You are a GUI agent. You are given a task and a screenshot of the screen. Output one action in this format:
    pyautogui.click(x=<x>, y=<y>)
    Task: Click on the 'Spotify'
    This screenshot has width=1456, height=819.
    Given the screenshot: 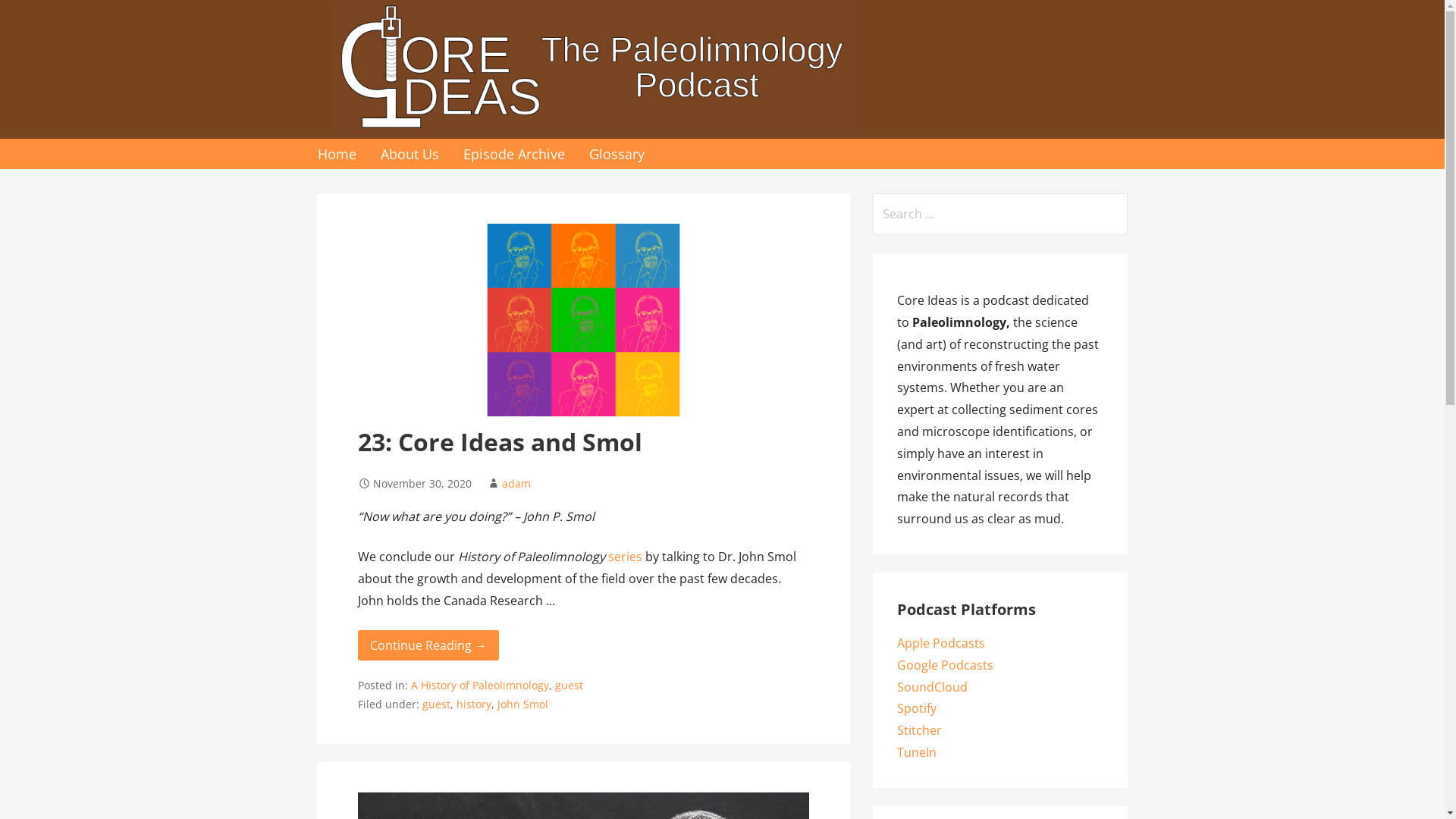 What is the action you would take?
    pyautogui.click(x=916, y=708)
    